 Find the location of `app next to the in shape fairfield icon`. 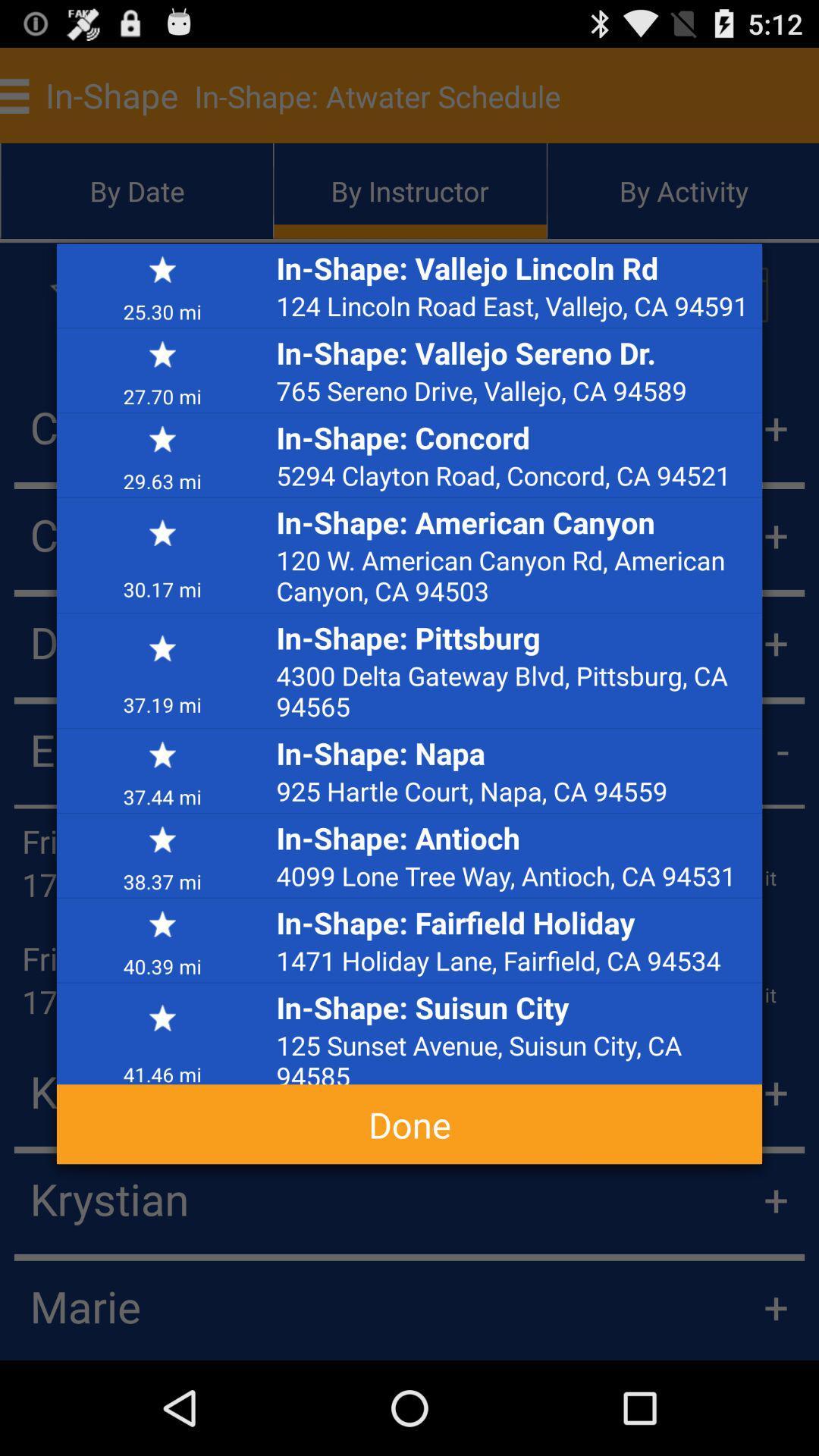

app next to the in shape fairfield icon is located at coordinates (162, 965).